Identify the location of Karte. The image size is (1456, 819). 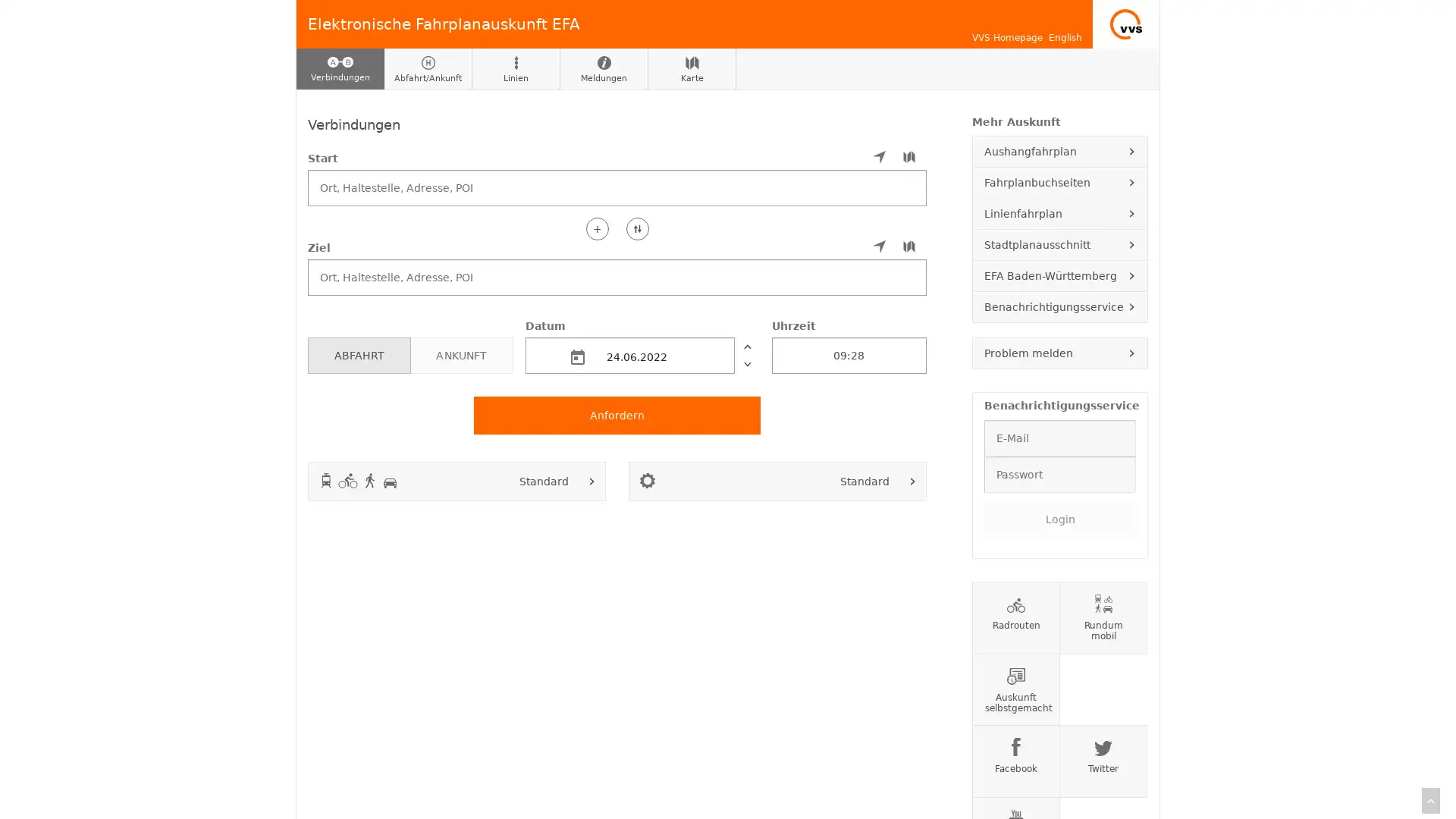
(691, 69).